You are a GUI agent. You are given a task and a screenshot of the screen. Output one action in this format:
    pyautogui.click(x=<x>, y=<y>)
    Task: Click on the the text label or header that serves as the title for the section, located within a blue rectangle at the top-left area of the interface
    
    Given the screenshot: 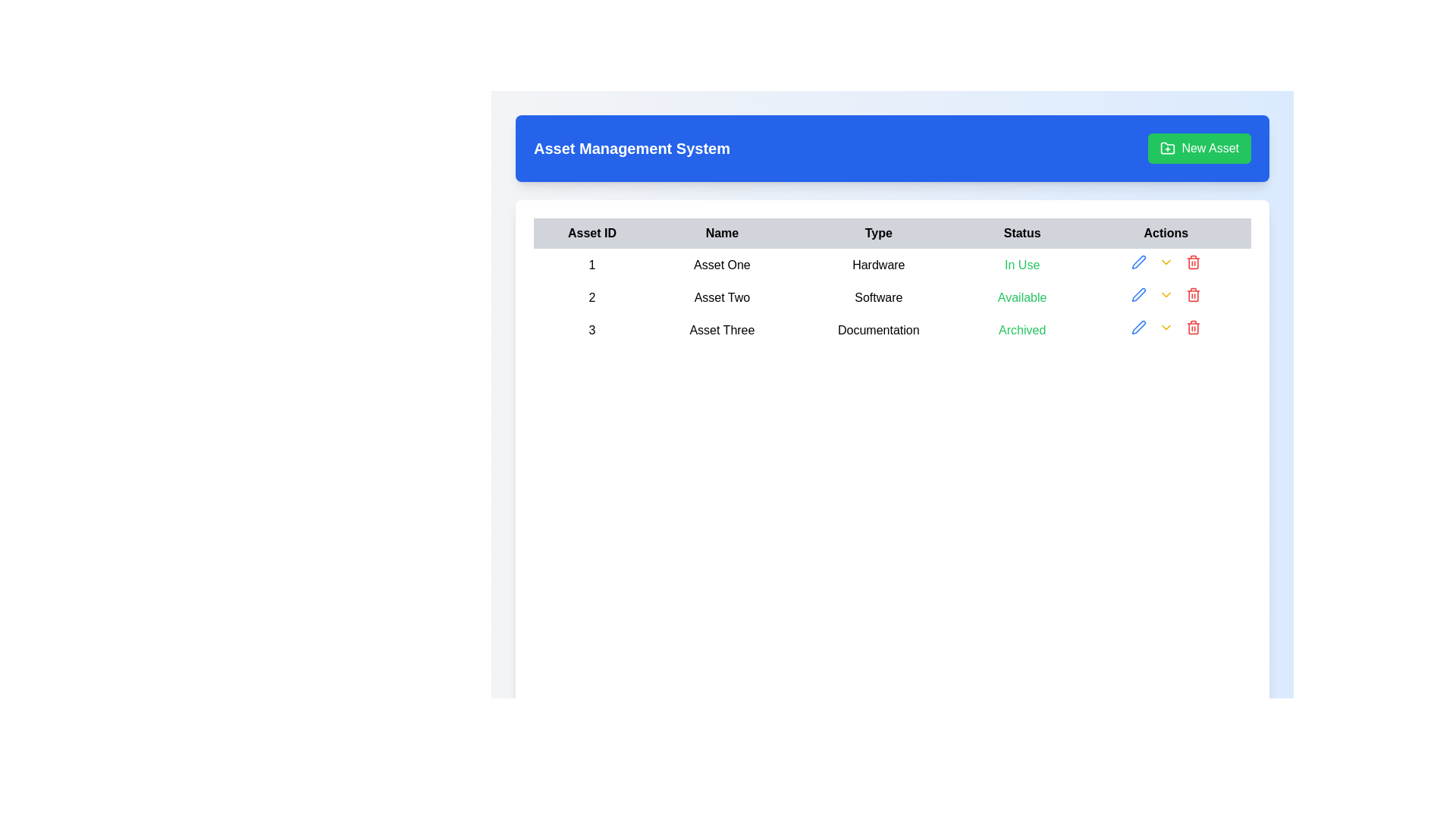 What is the action you would take?
    pyautogui.click(x=632, y=149)
    